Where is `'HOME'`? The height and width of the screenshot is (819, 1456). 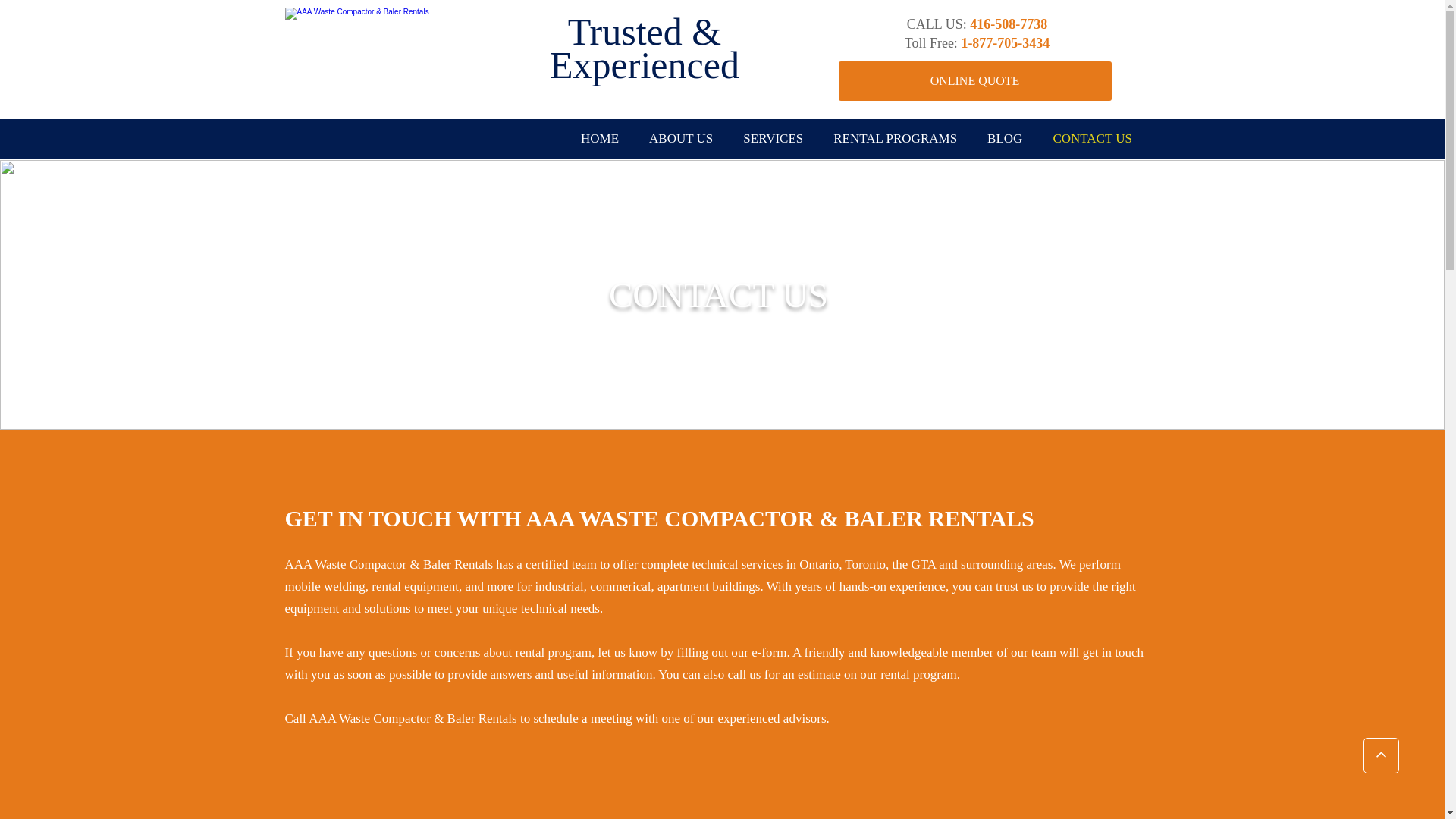
'HOME' is located at coordinates (599, 139).